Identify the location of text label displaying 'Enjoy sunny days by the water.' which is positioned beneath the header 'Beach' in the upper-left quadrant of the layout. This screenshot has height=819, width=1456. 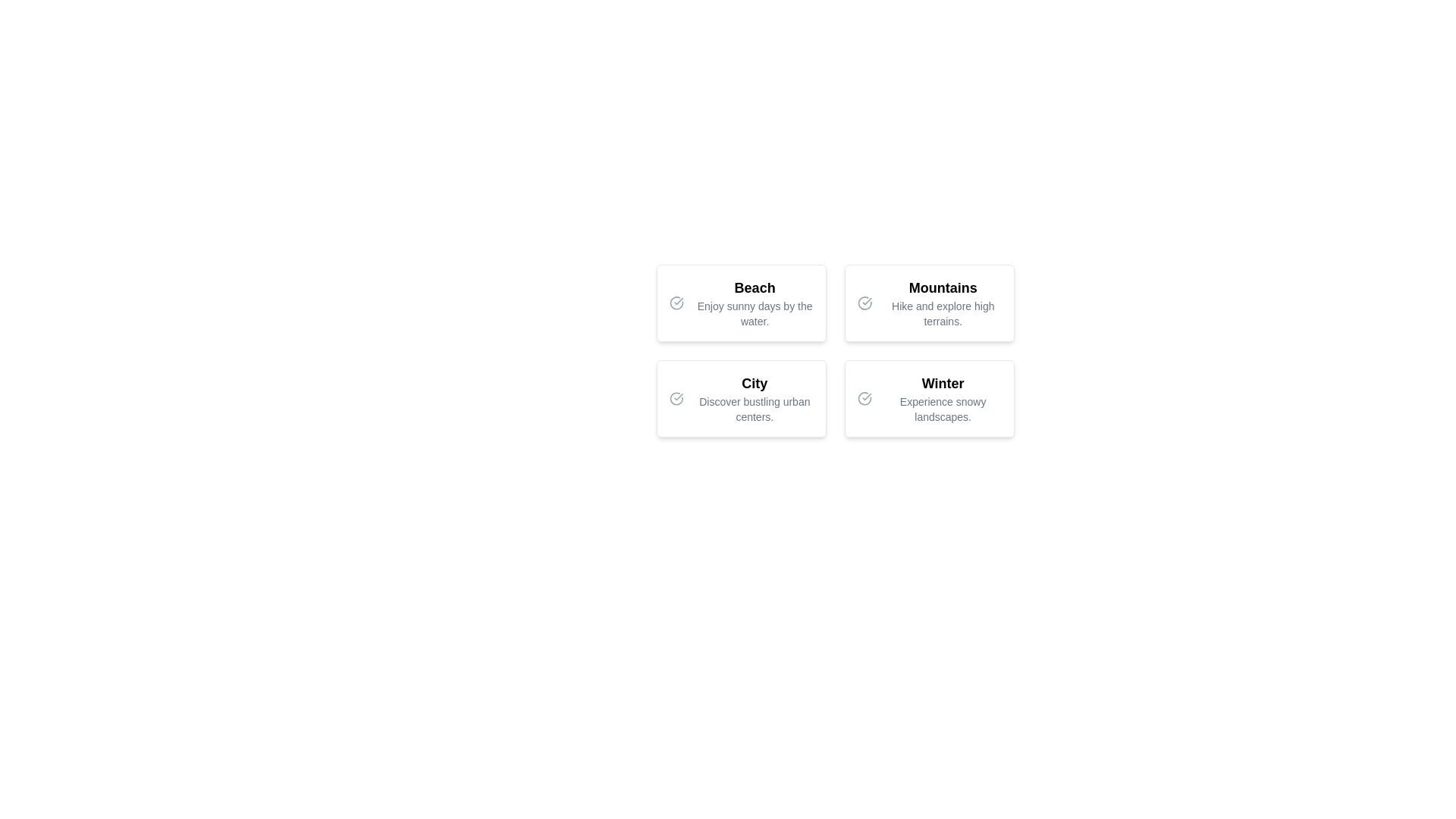
(755, 312).